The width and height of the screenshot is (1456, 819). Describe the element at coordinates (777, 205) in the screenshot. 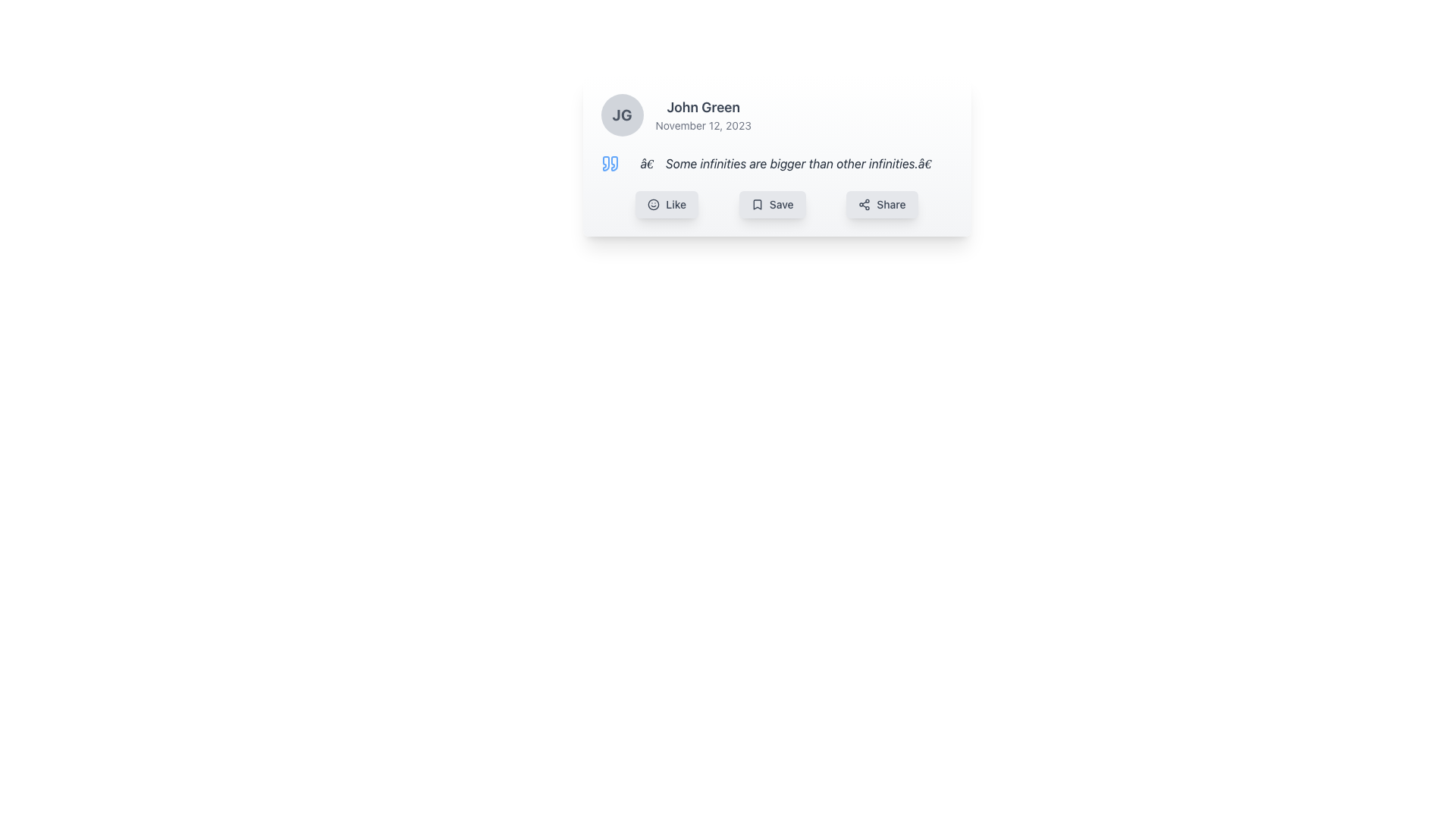

I see `the Action Bar buttons located directly below the quote and user information section` at that location.